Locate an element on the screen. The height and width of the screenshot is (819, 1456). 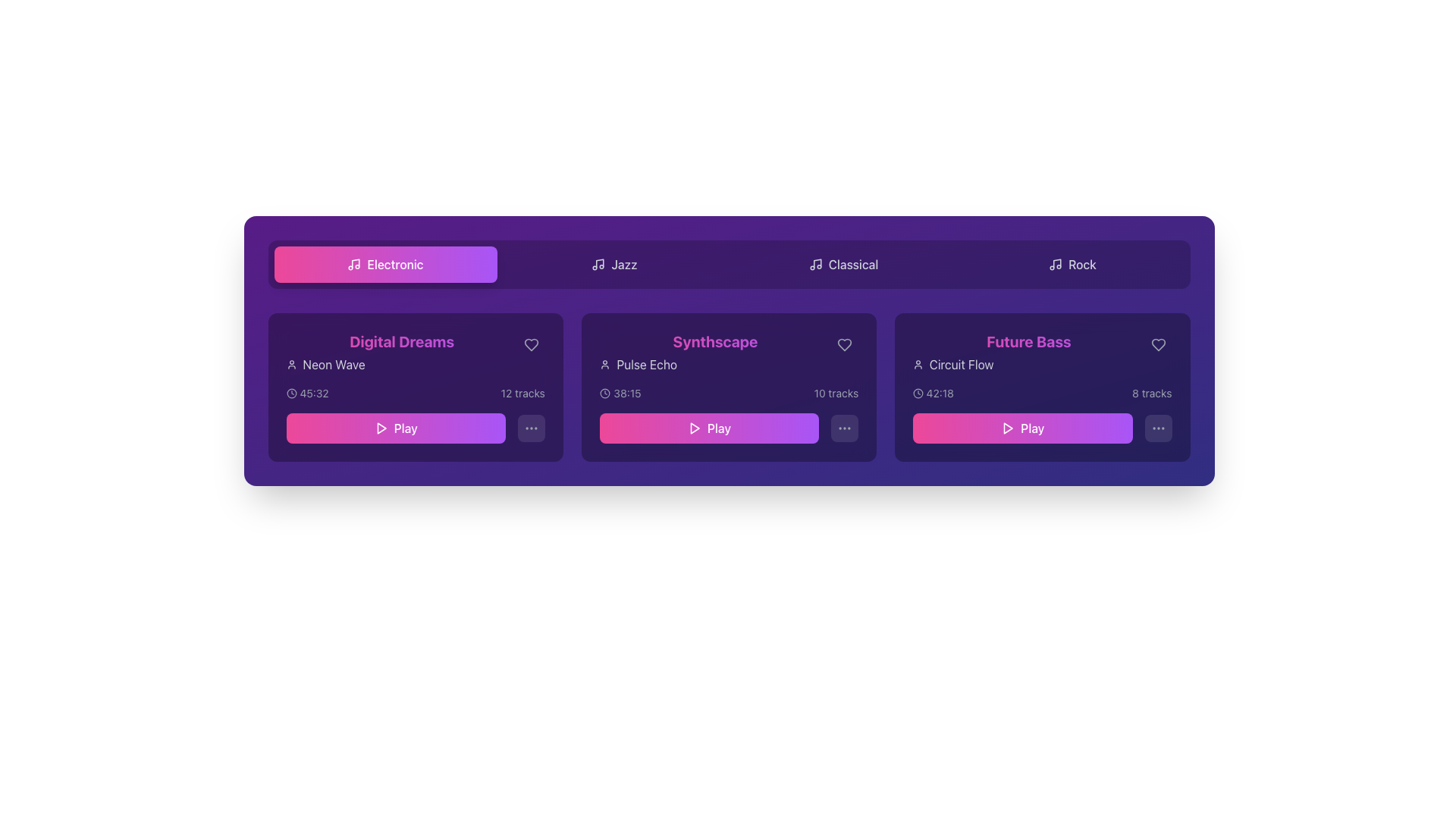
the 'Jazz' icon in the horizontal menu bar, which is located between the 'Electronic' tab and the 'Classical' tab is located at coordinates (598, 263).